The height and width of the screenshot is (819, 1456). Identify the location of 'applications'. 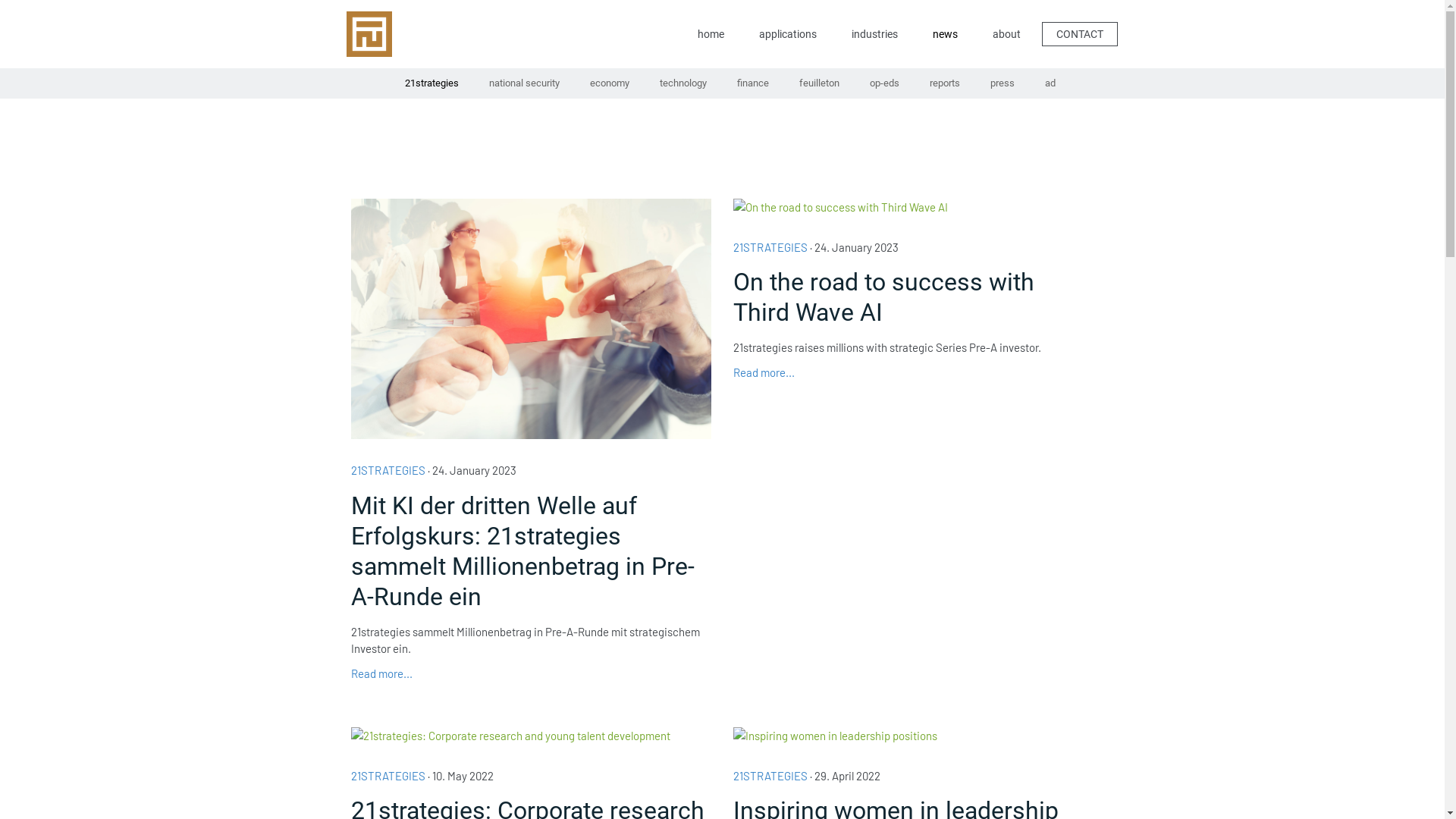
(786, 34).